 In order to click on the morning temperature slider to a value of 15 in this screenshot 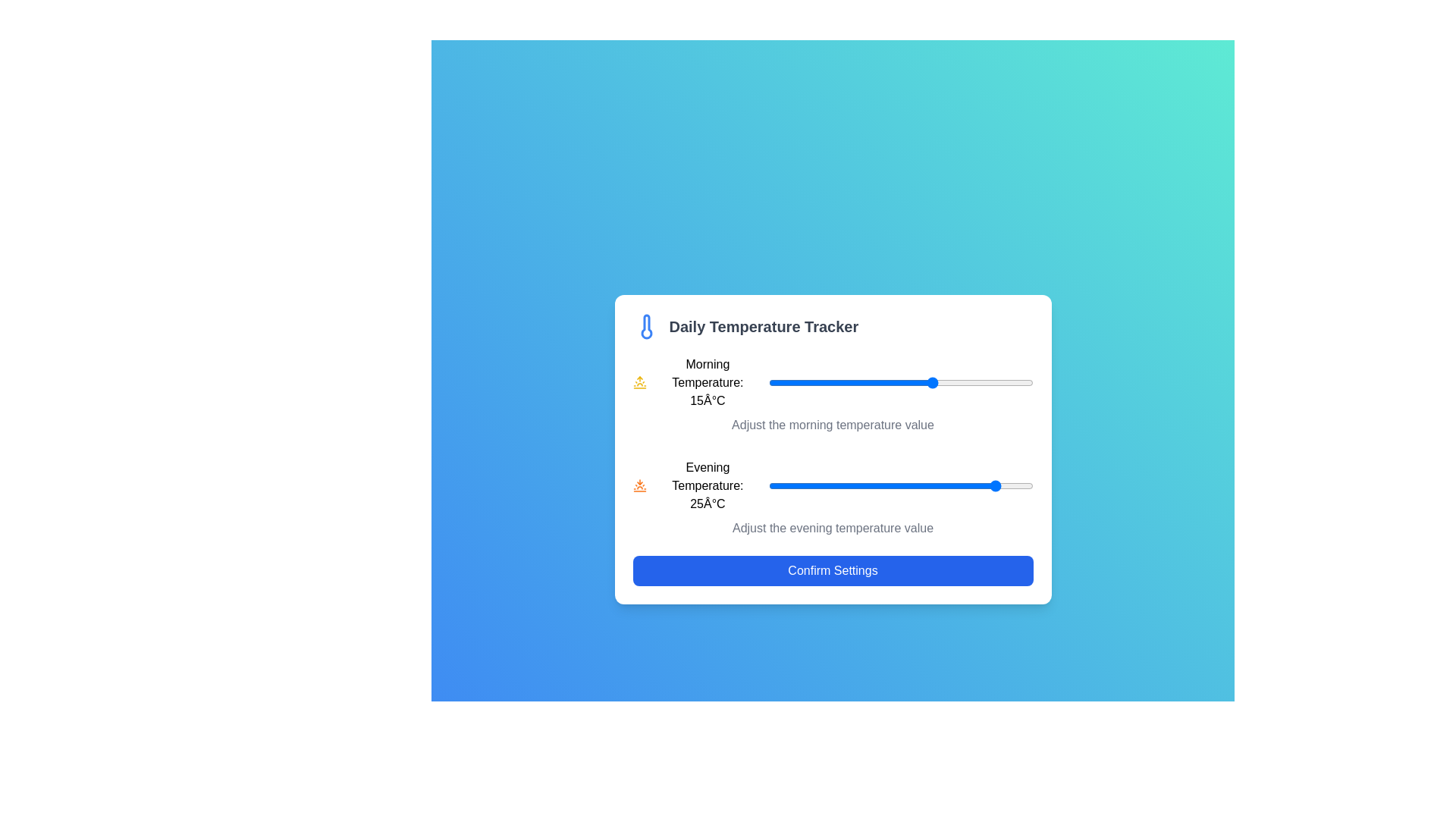, I will do `click(933, 382)`.